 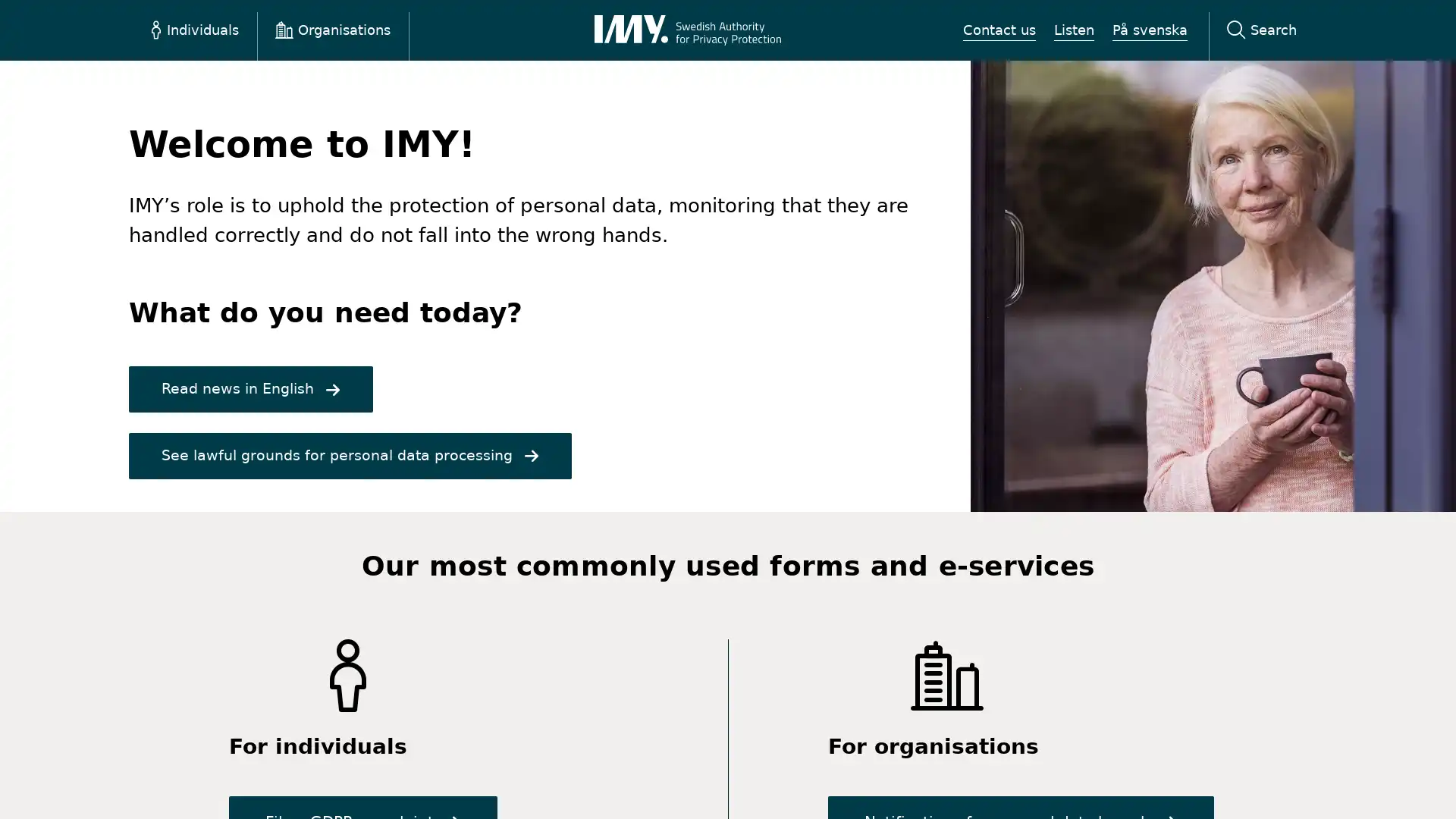 I want to click on Listen, so click(x=1073, y=30).